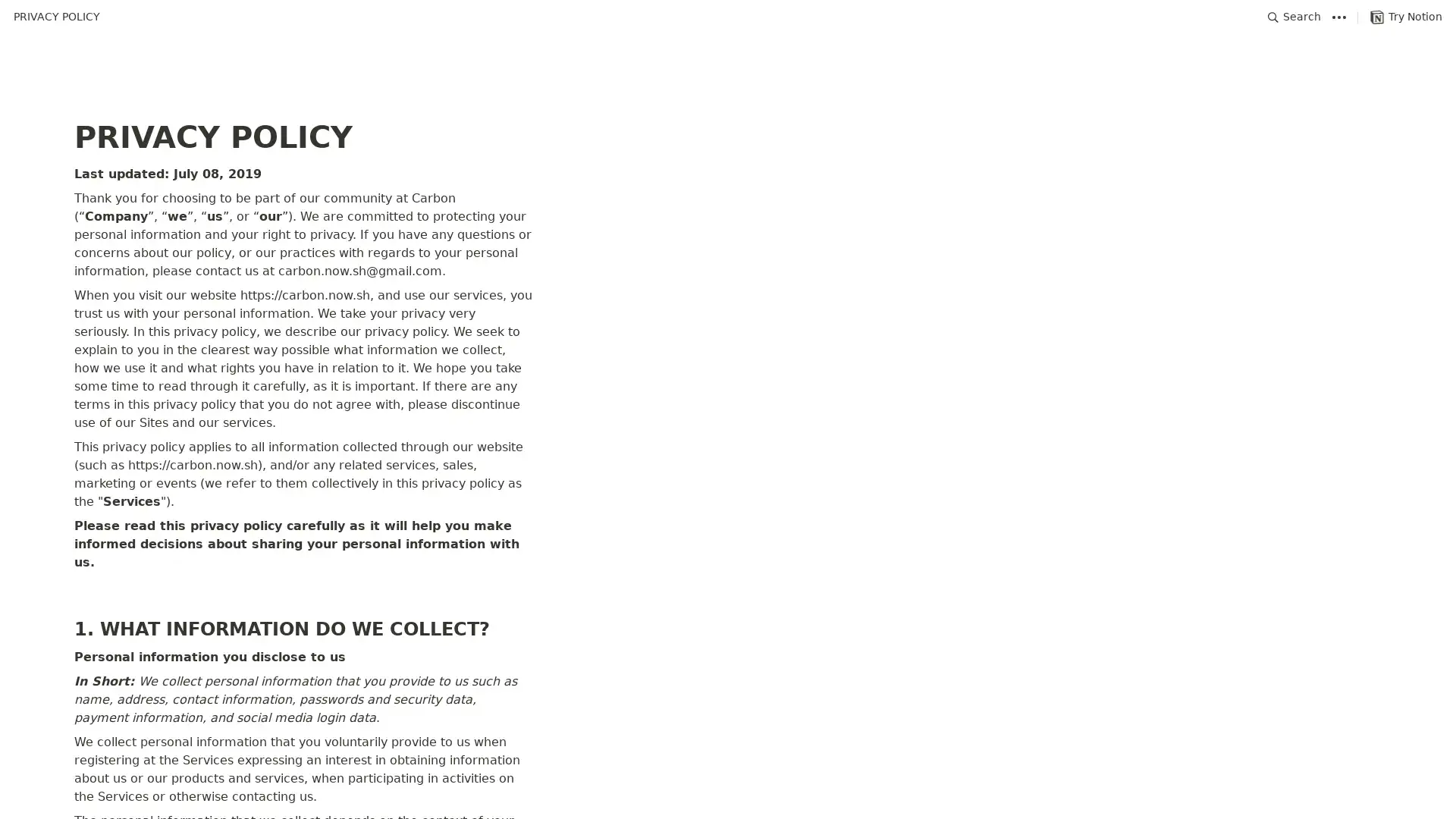 This screenshot has height=819, width=1456. What do you see at coordinates (57, 17) in the screenshot?
I see `PRIVACY POLICY` at bounding box center [57, 17].